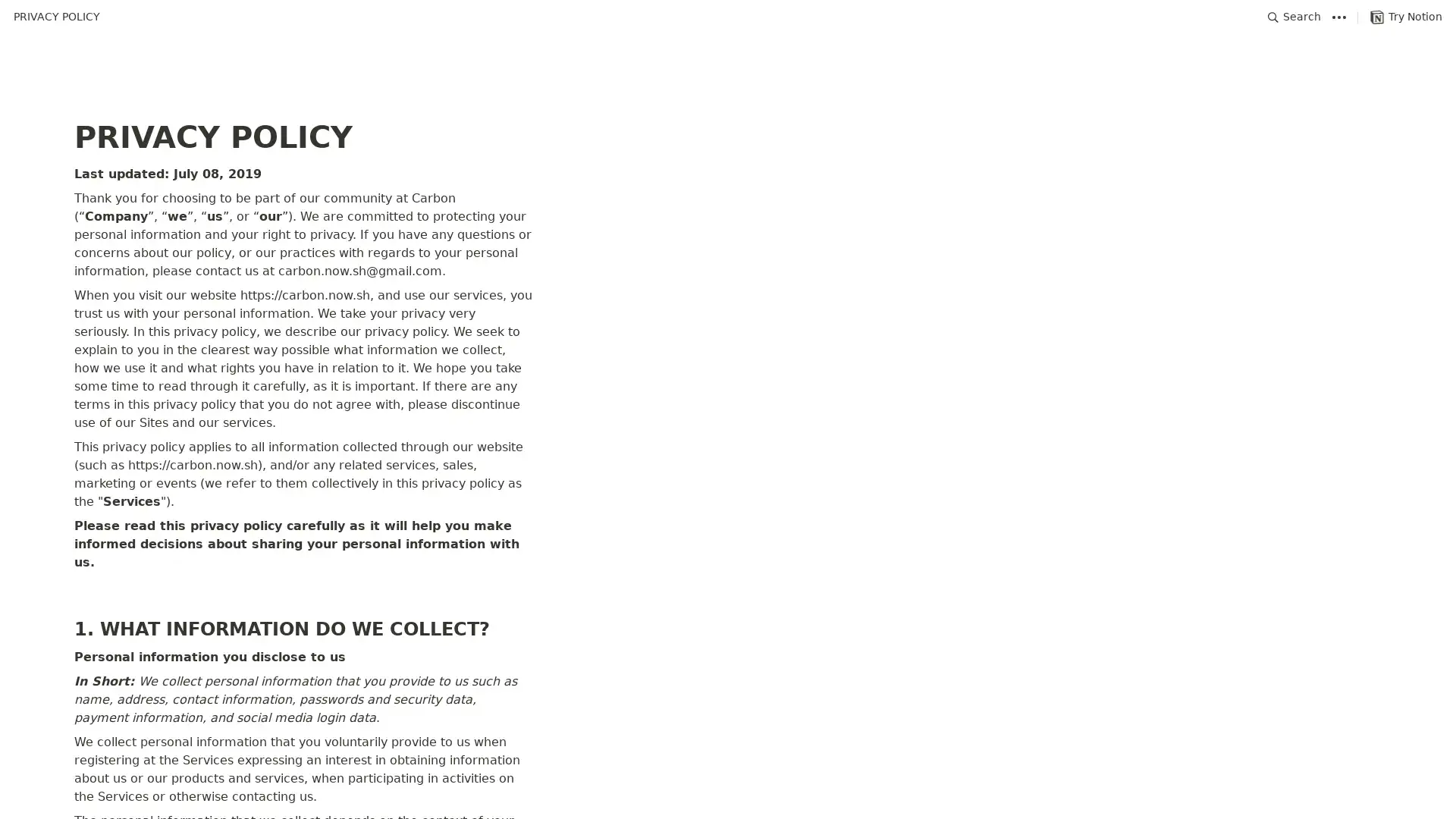 This screenshot has height=819, width=1456. What do you see at coordinates (57, 17) in the screenshot?
I see `PRIVACY POLICY` at bounding box center [57, 17].